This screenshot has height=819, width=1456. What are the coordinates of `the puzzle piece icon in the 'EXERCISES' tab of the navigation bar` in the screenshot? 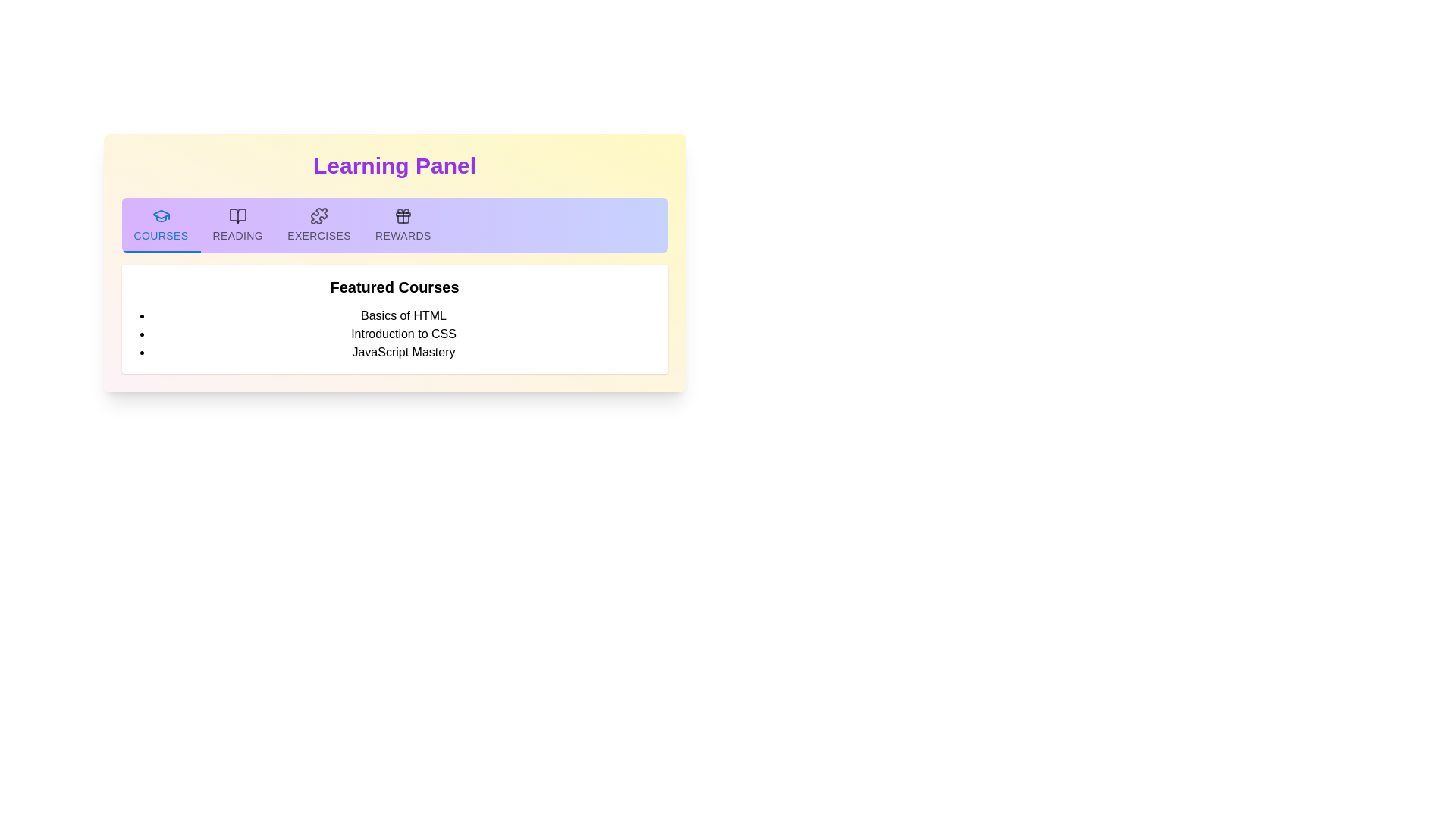 It's located at (318, 216).